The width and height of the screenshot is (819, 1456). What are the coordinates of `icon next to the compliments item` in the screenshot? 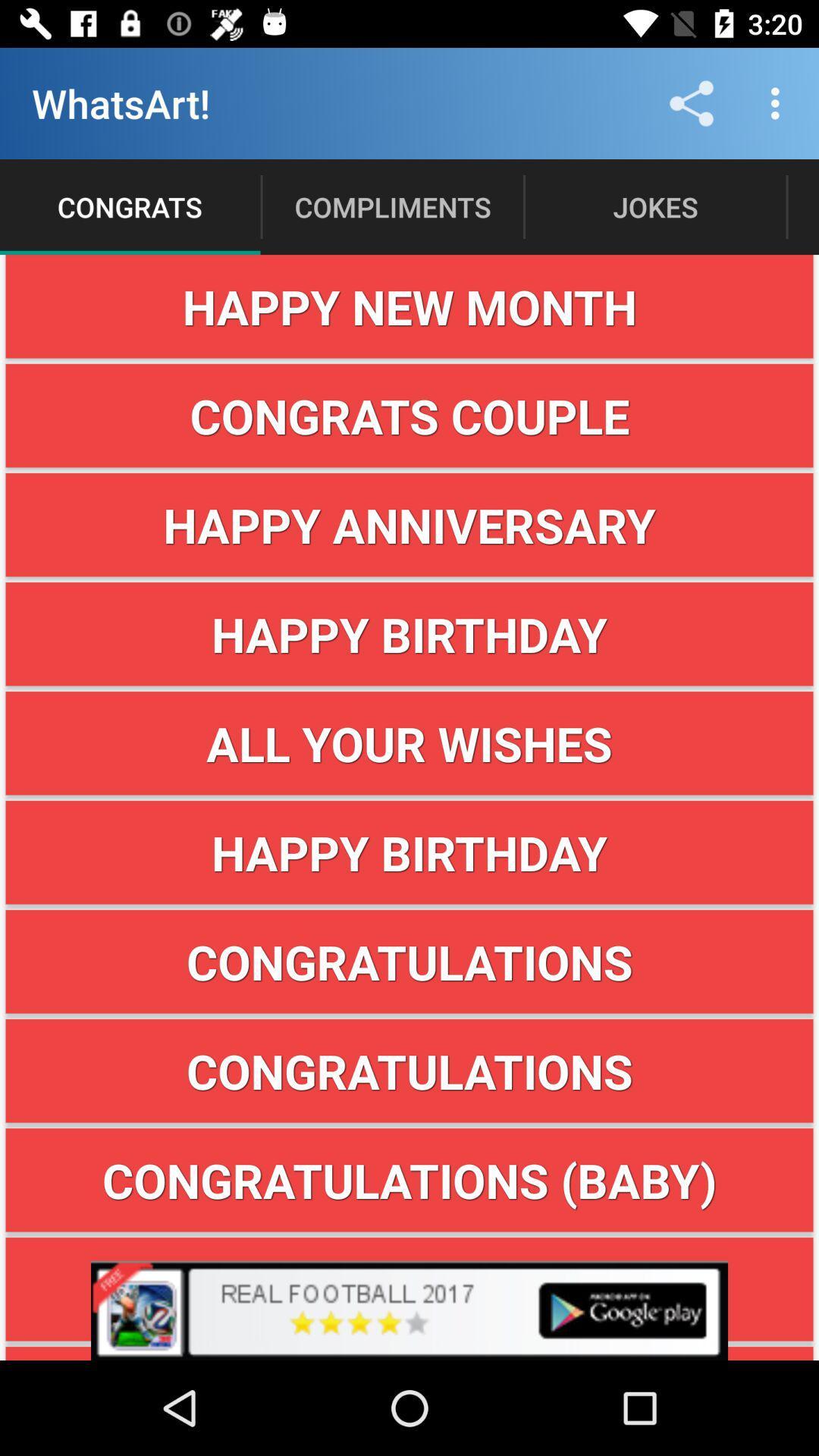 It's located at (691, 102).